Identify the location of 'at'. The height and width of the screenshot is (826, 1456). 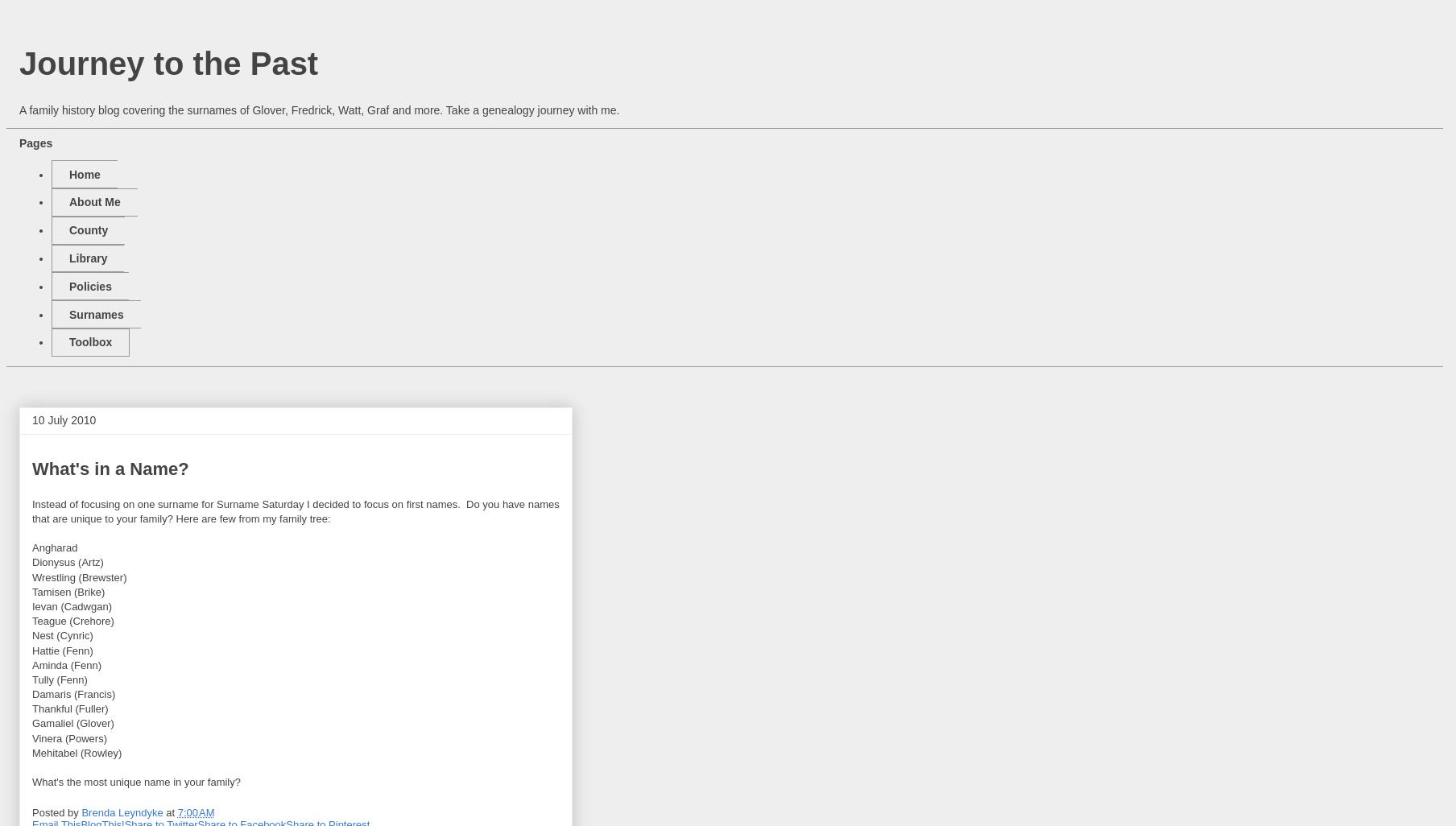
(171, 811).